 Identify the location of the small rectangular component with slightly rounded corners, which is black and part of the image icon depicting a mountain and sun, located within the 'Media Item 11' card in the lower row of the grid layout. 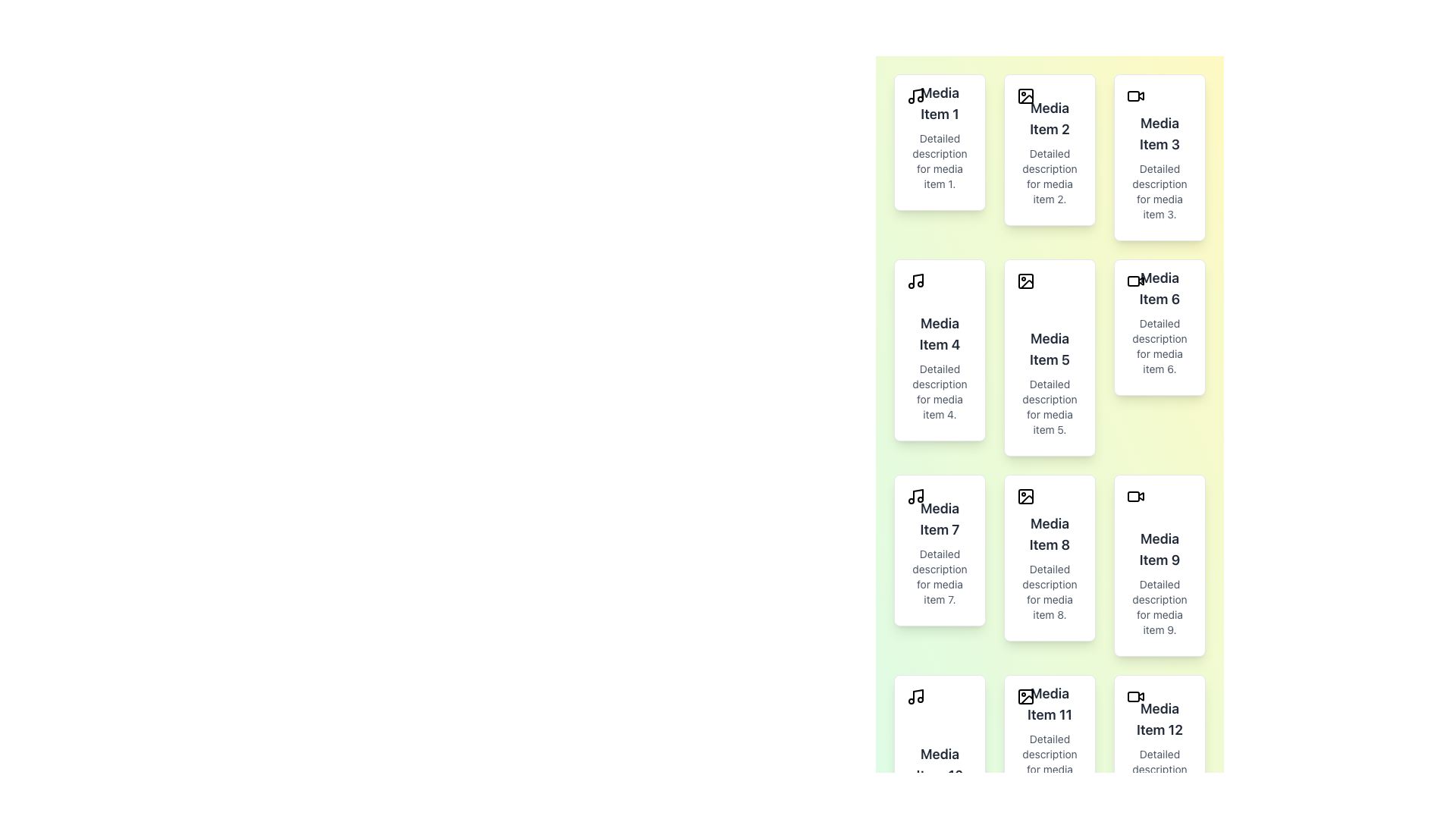
(1026, 696).